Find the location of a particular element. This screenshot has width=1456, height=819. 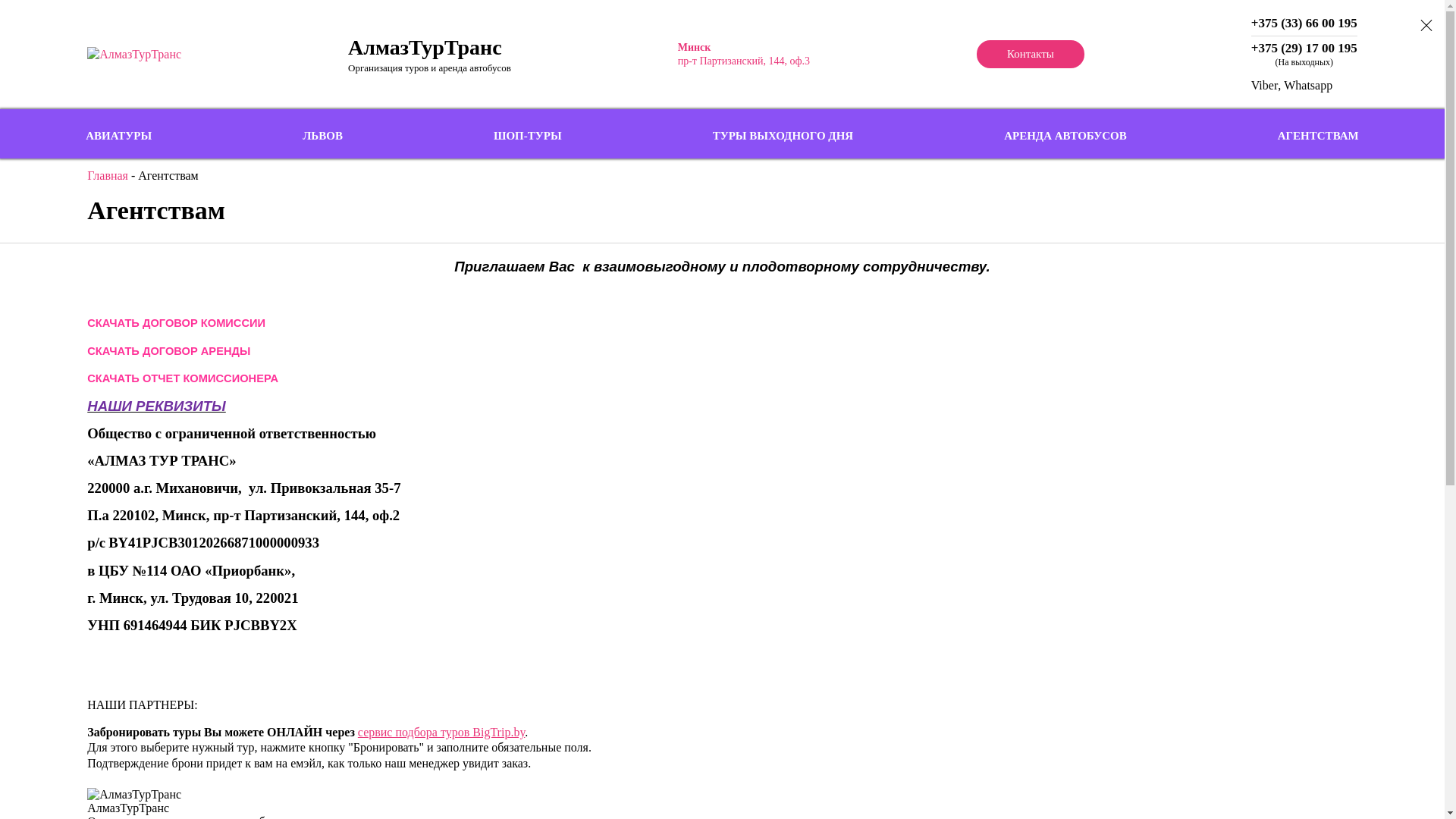

'+375 (29) 17 00 195' is located at coordinates (1303, 48).